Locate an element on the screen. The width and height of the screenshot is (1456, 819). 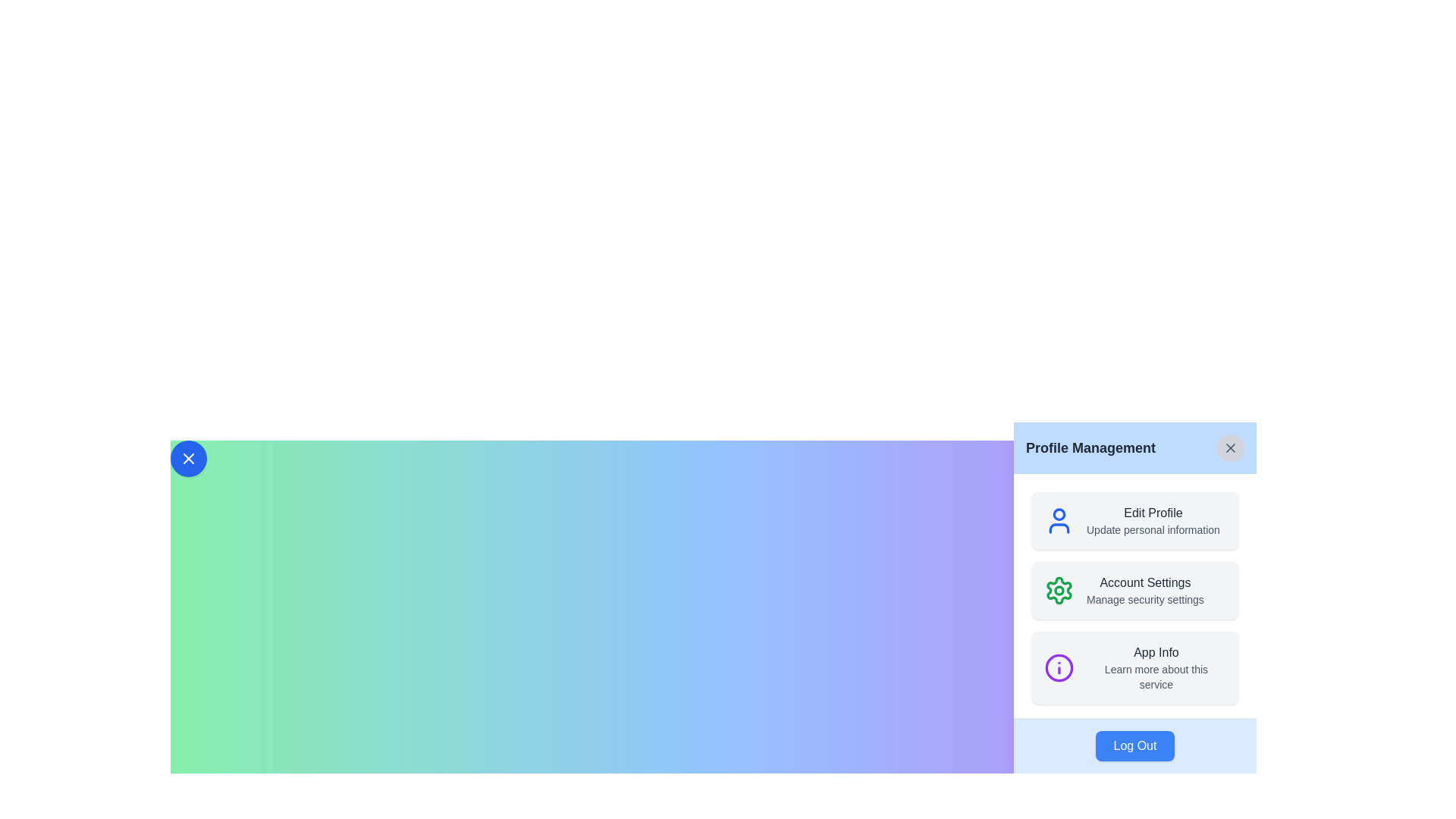
the descriptive text label below the 'Edit Profile' option in the 'Profile Management' panel is located at coordinates (1153, 529).